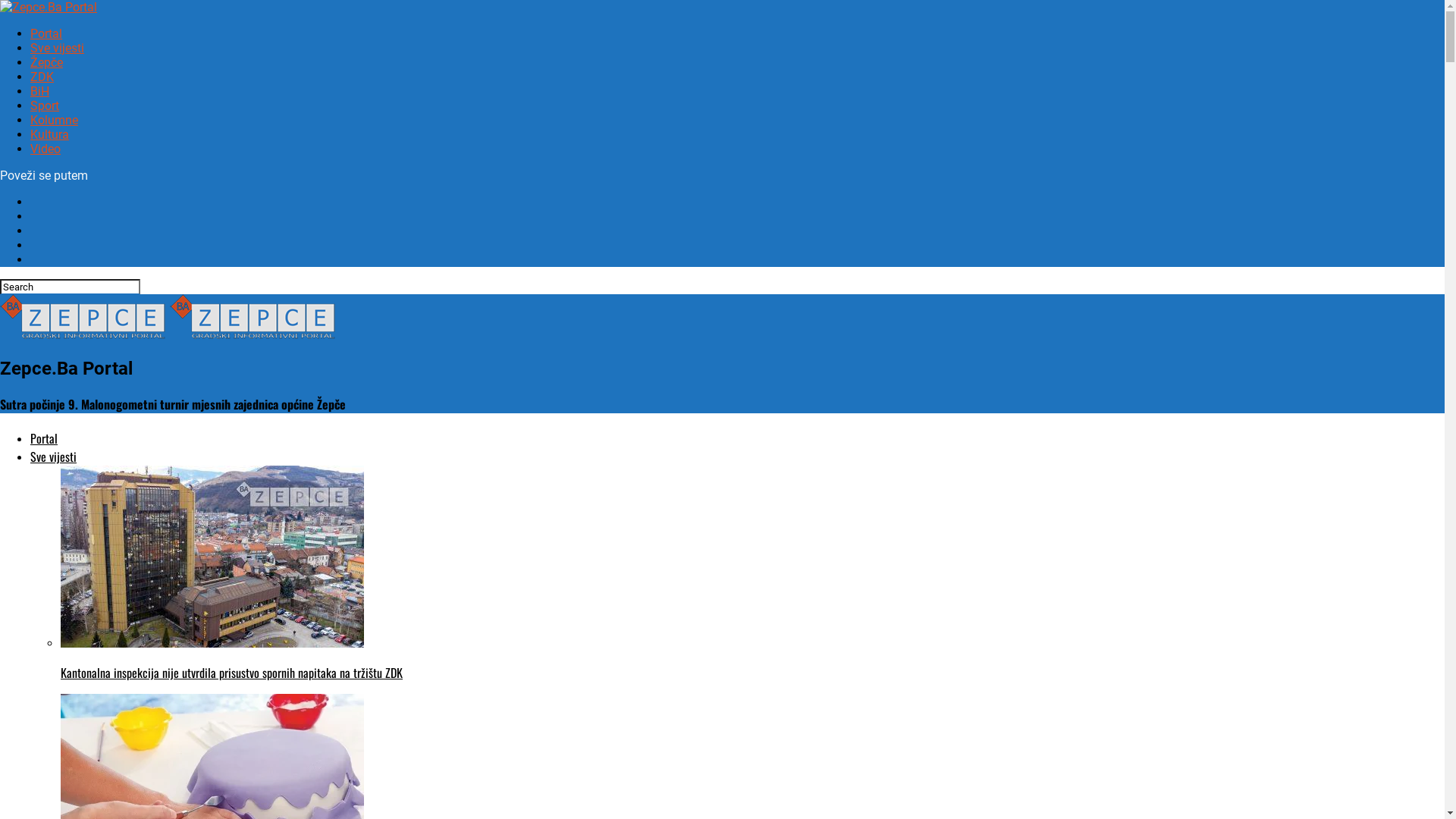  What do you see at coordinates (42, 77) in the screenshot?
I see `'ZDK'` at bounding box center [42, 77].